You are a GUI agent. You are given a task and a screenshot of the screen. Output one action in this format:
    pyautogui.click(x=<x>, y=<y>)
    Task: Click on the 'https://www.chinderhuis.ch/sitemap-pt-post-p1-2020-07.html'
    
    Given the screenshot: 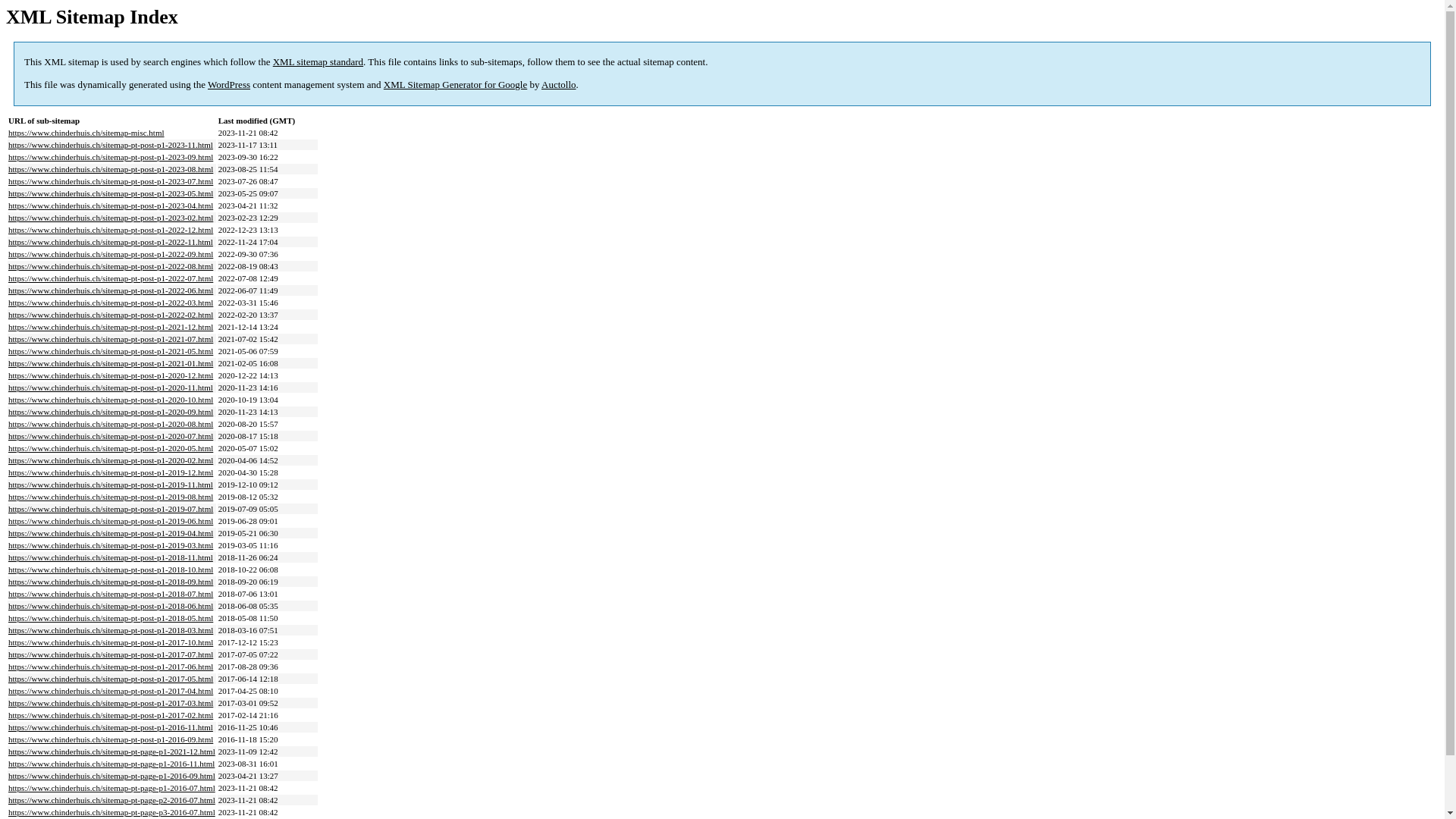 What is the action you would take?
    pyautogui.click(x=8, y=435)
    